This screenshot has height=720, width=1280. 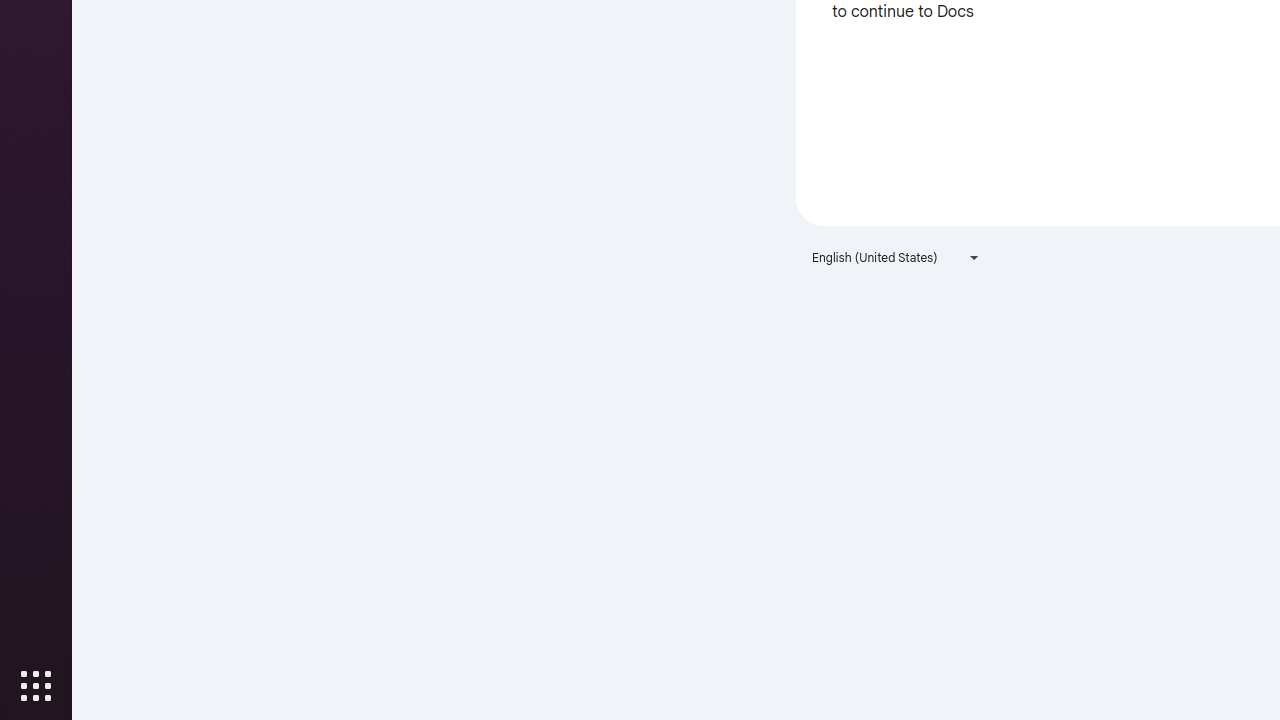 I want to click on 'Show Applications', so click(x=35, y=685).